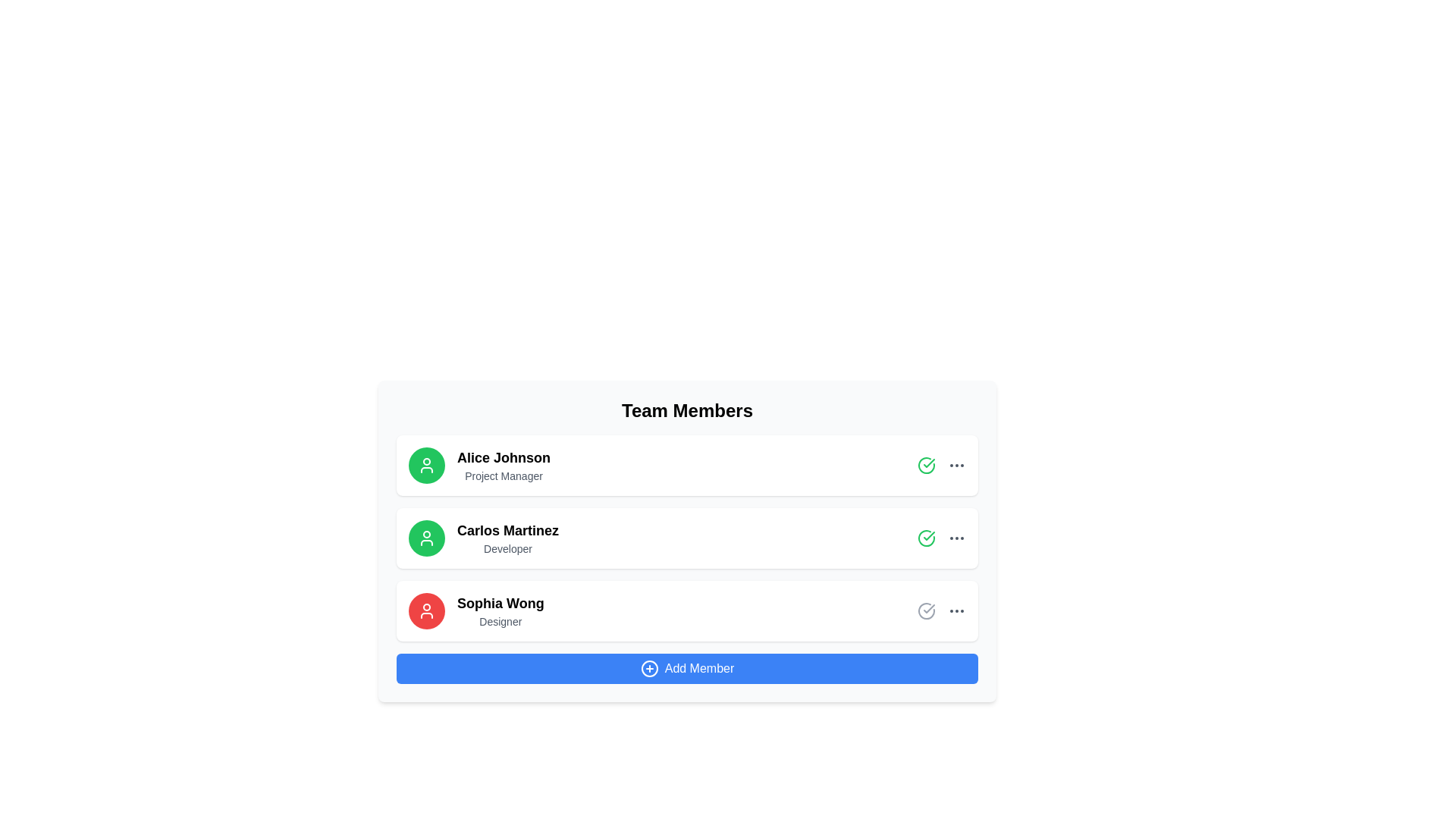  What do you see at coordinates (500, 610) in the screenshot?
I see `text content of the user profile label 'Sophia Wong' which is the third element in the 'Team Members' section, positioned between 'Carlos Martinez' and the action button` at bounding box center [500, 610].